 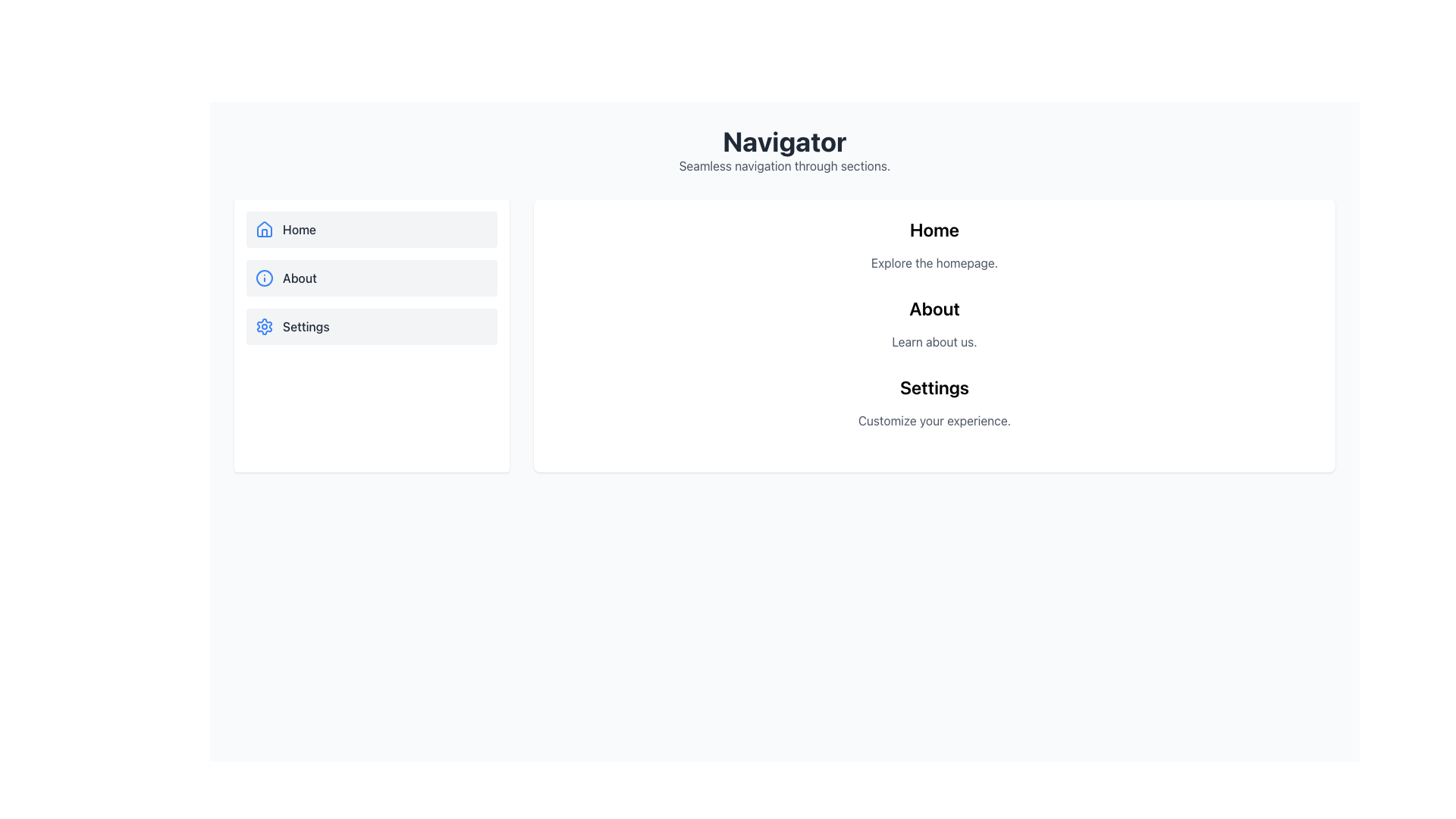 I want to click on the text label providing additional context for the 'Home' section, positioned beneath the title 'Home', so click(x=934, y=262).